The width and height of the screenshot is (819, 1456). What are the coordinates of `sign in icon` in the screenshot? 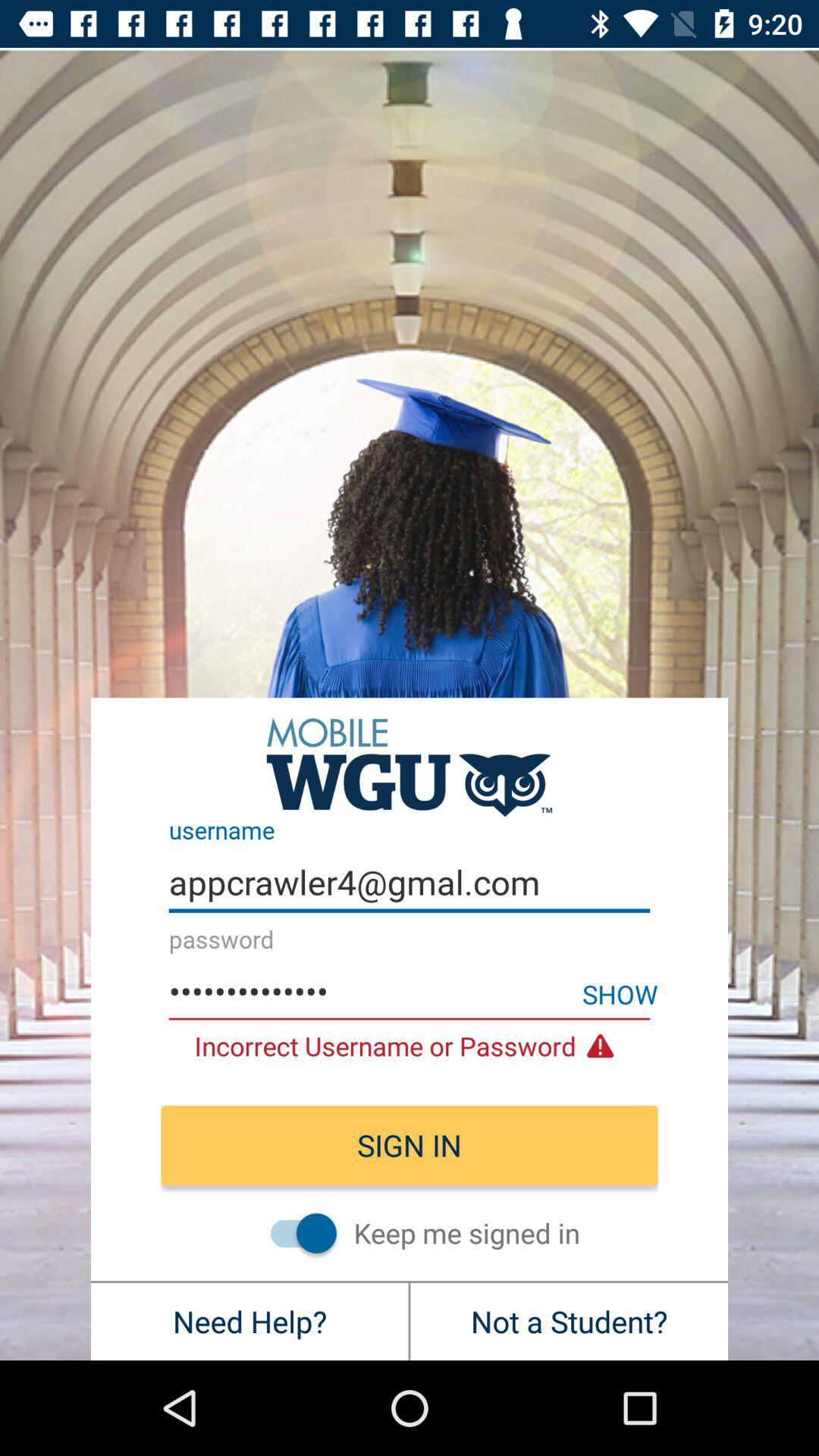 It's located at (409, 1145).